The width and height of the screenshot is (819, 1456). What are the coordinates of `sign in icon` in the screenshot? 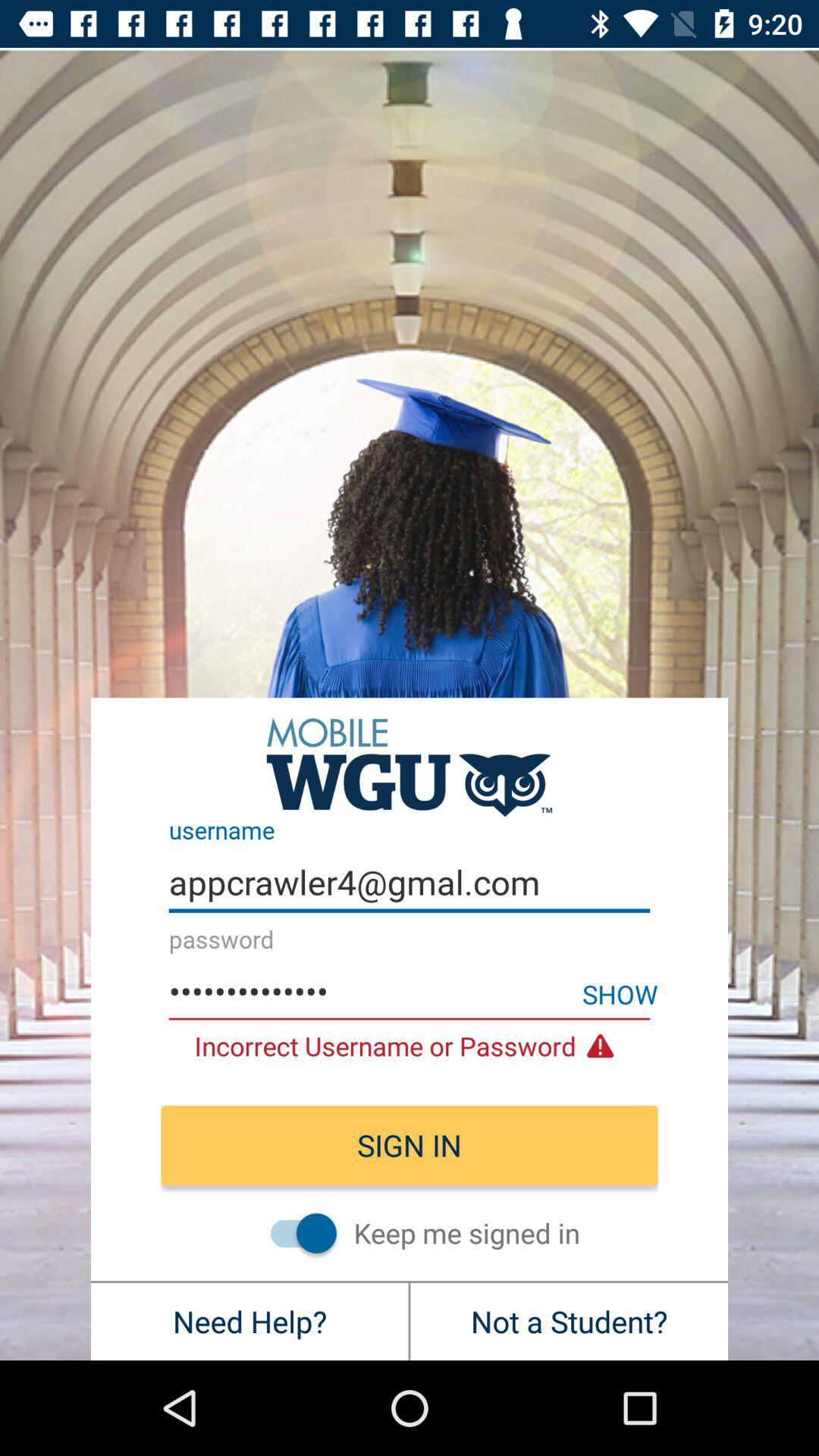 It's located at (409, 1145).